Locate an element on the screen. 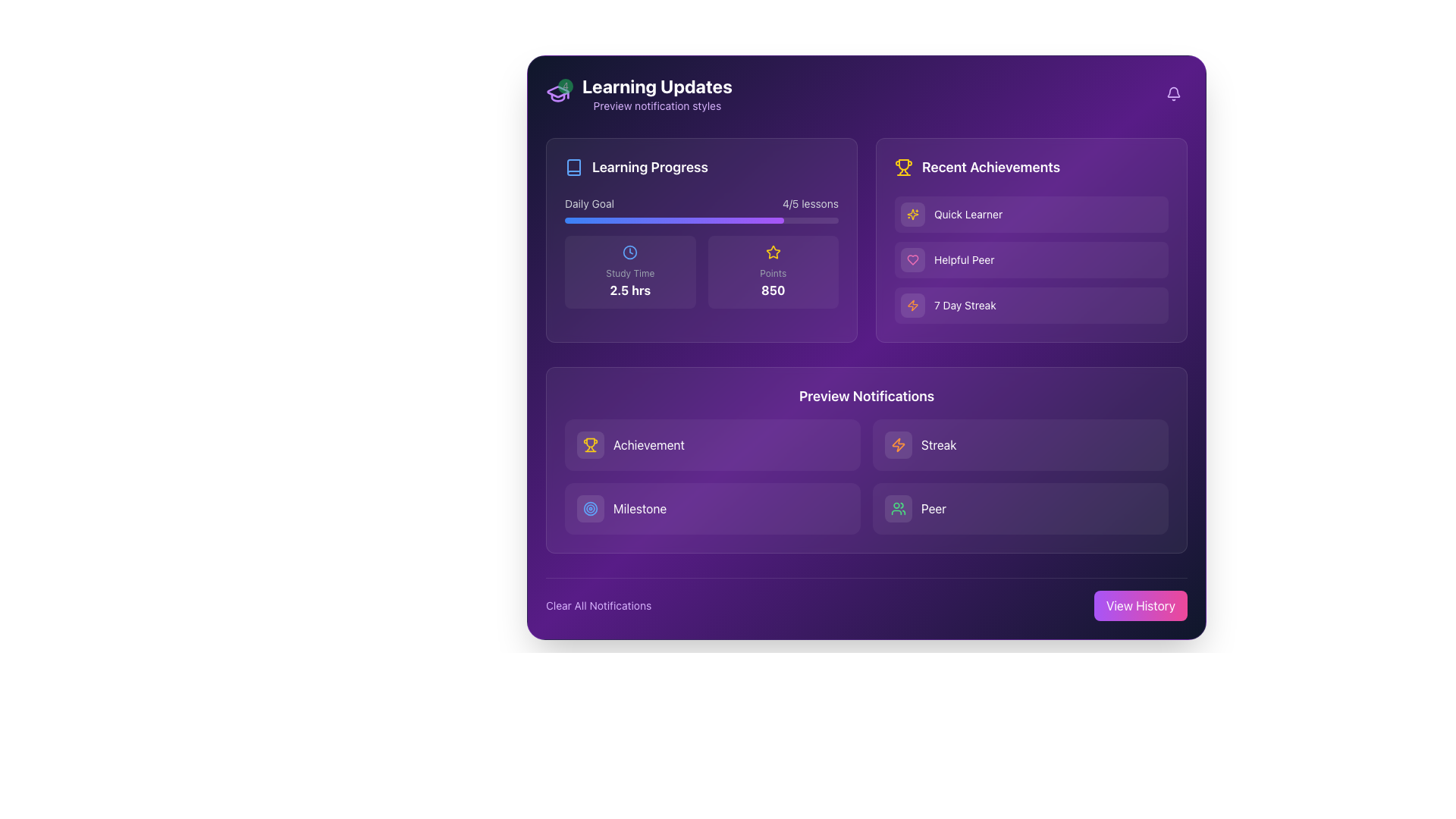  the bold white text '2.5 hrs' displayed on a purple background, which is located at the bottom of the 'Study Time' box in the 'Learning Progress' section is located at coordinates (630, 290).